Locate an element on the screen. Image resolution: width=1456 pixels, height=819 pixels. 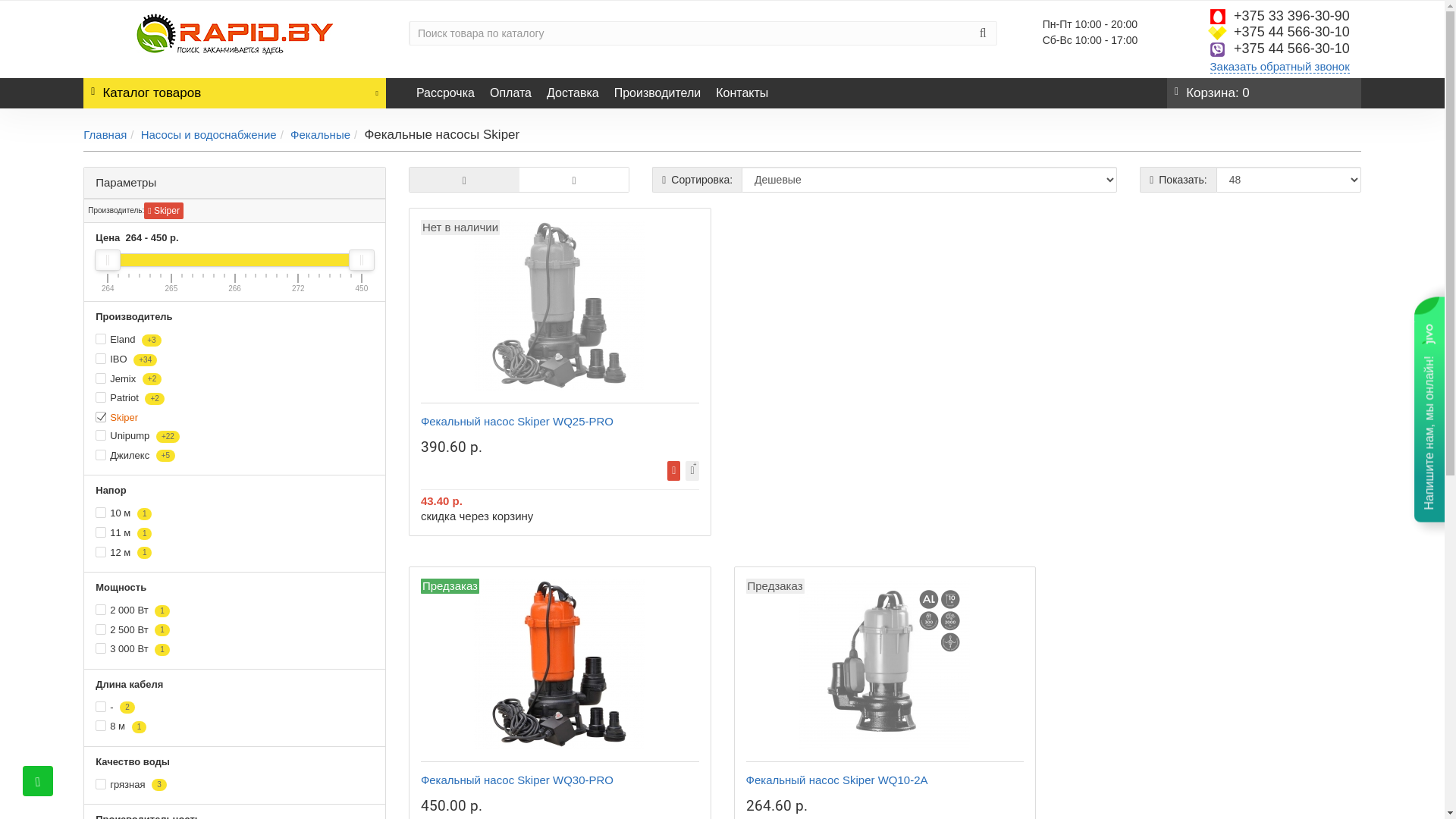
'Rapid.by' is located at coordinates (234, 34).